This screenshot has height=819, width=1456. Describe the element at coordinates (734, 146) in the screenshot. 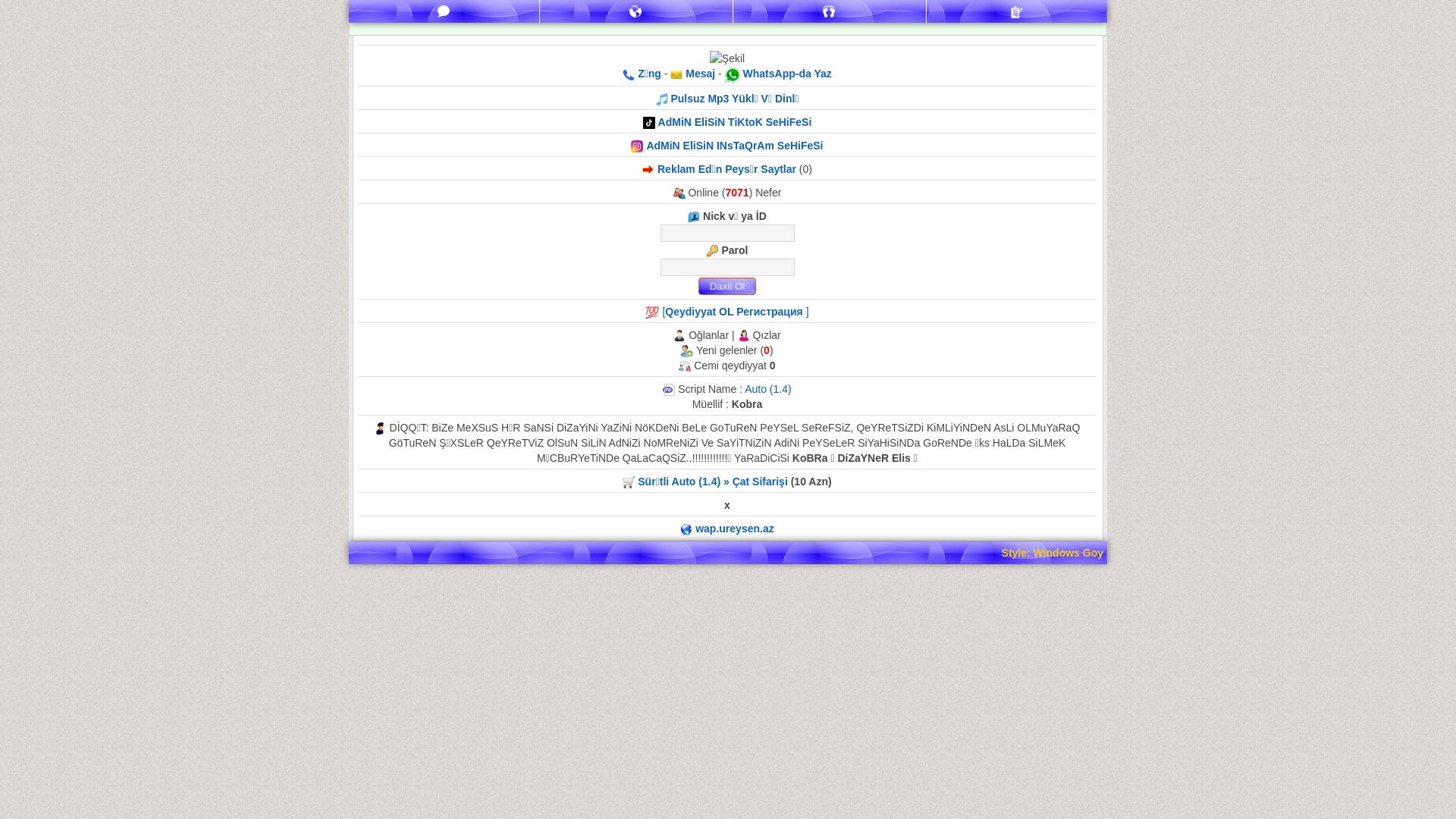

I see `'AdMiN EliSiN INsTaQrAm SeHiFeSi'` at that location.